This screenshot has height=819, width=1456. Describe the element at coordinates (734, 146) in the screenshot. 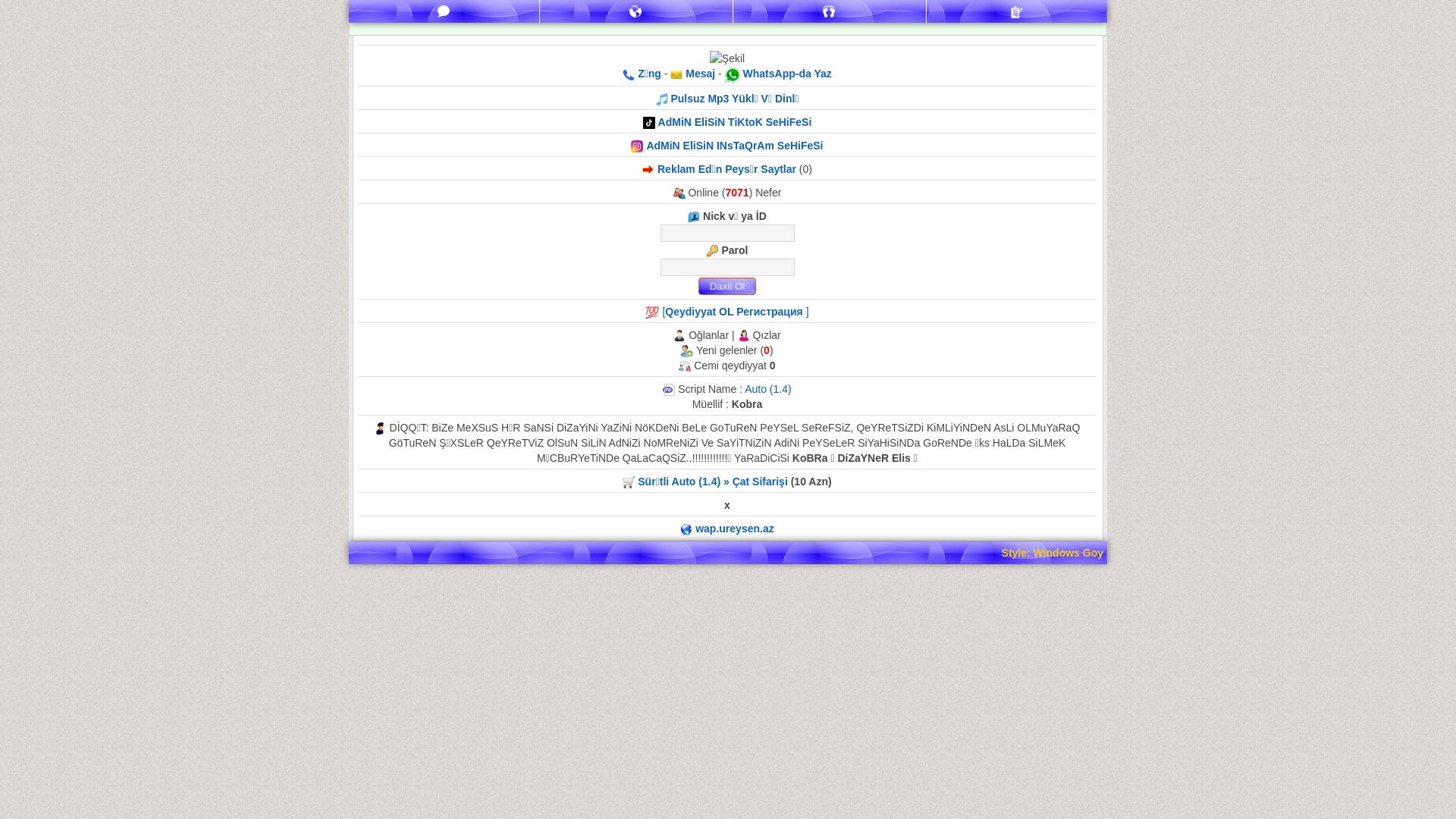

I see `'AdMiN EliSiN INsTaQrAm SeHiFeSi'` at that location.